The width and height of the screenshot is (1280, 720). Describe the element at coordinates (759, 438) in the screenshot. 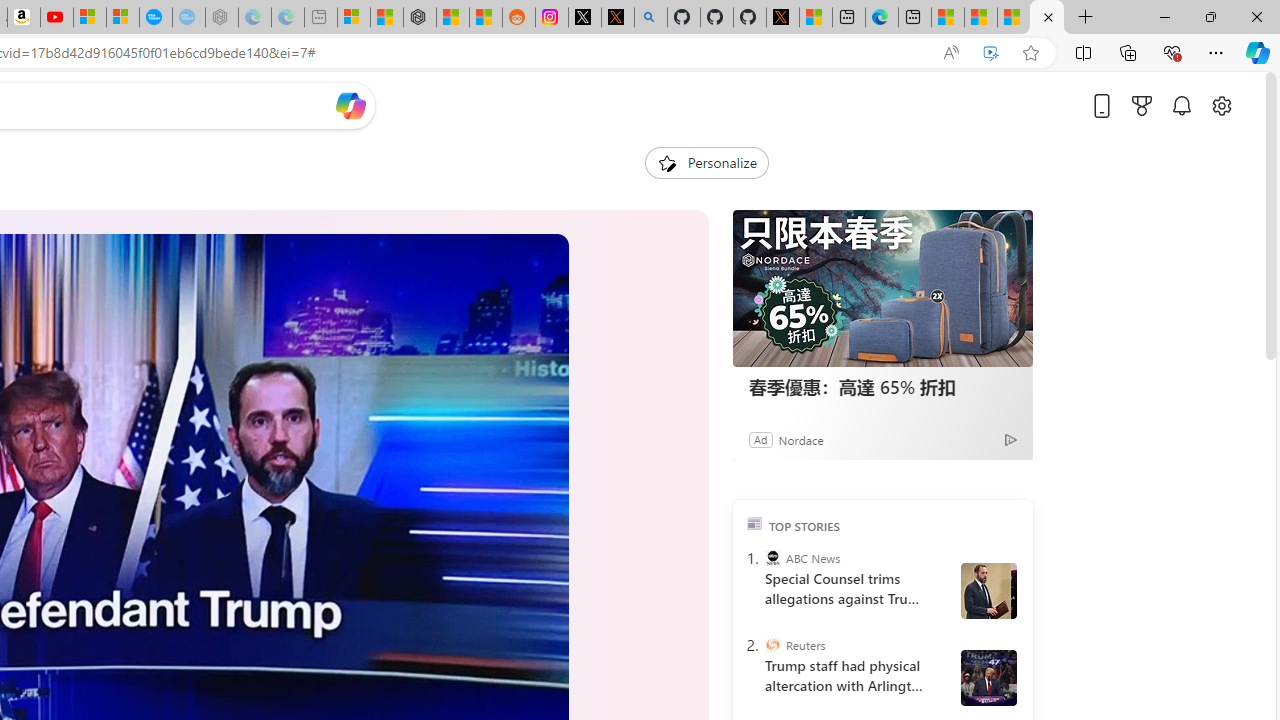

I see `'Ad'` at that location.